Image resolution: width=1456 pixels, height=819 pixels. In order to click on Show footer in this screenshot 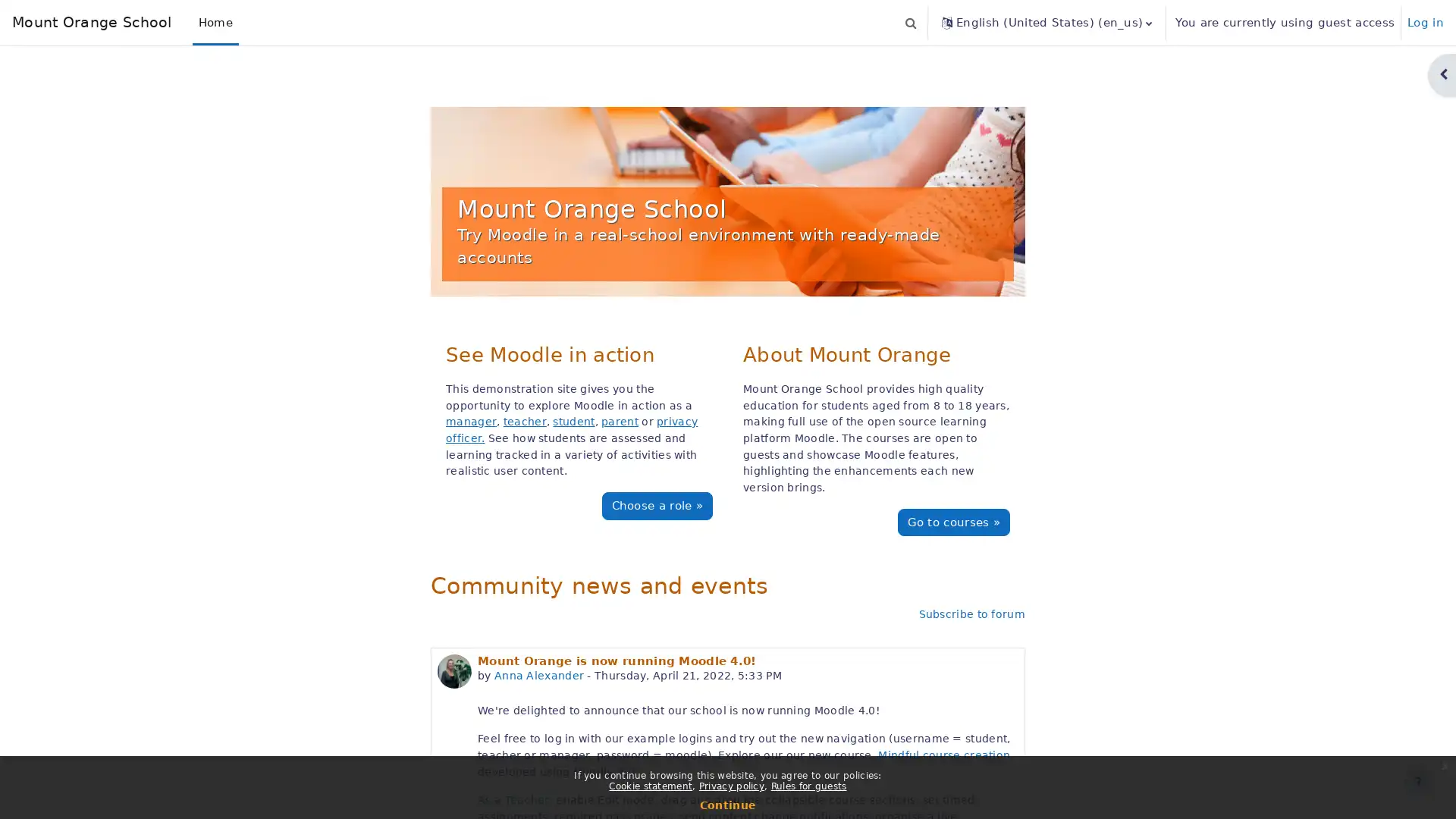, I will do `click(1417, 780)`.